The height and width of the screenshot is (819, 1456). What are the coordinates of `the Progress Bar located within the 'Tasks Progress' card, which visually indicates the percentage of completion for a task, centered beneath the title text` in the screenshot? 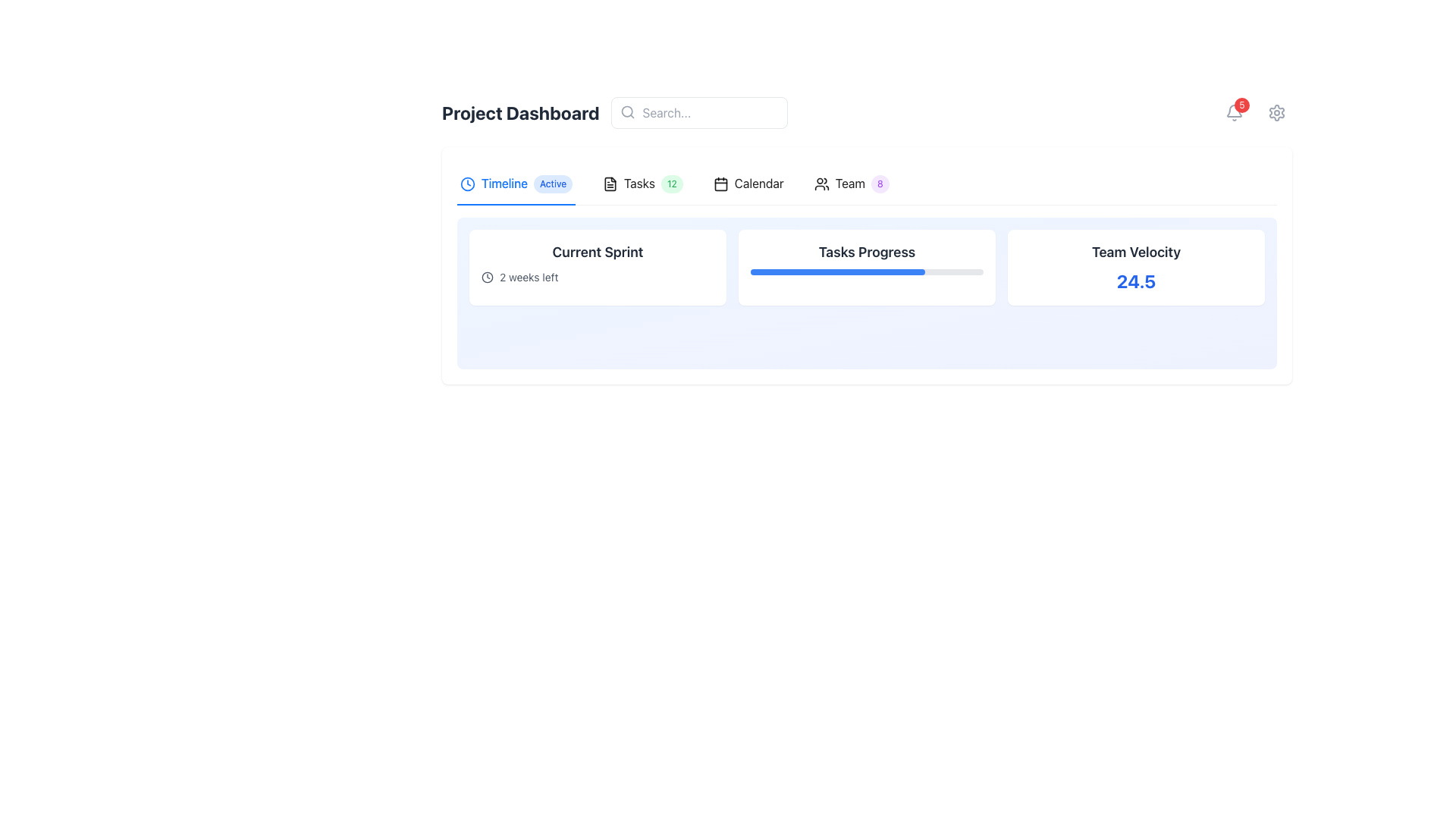 It's located at (867, 271).